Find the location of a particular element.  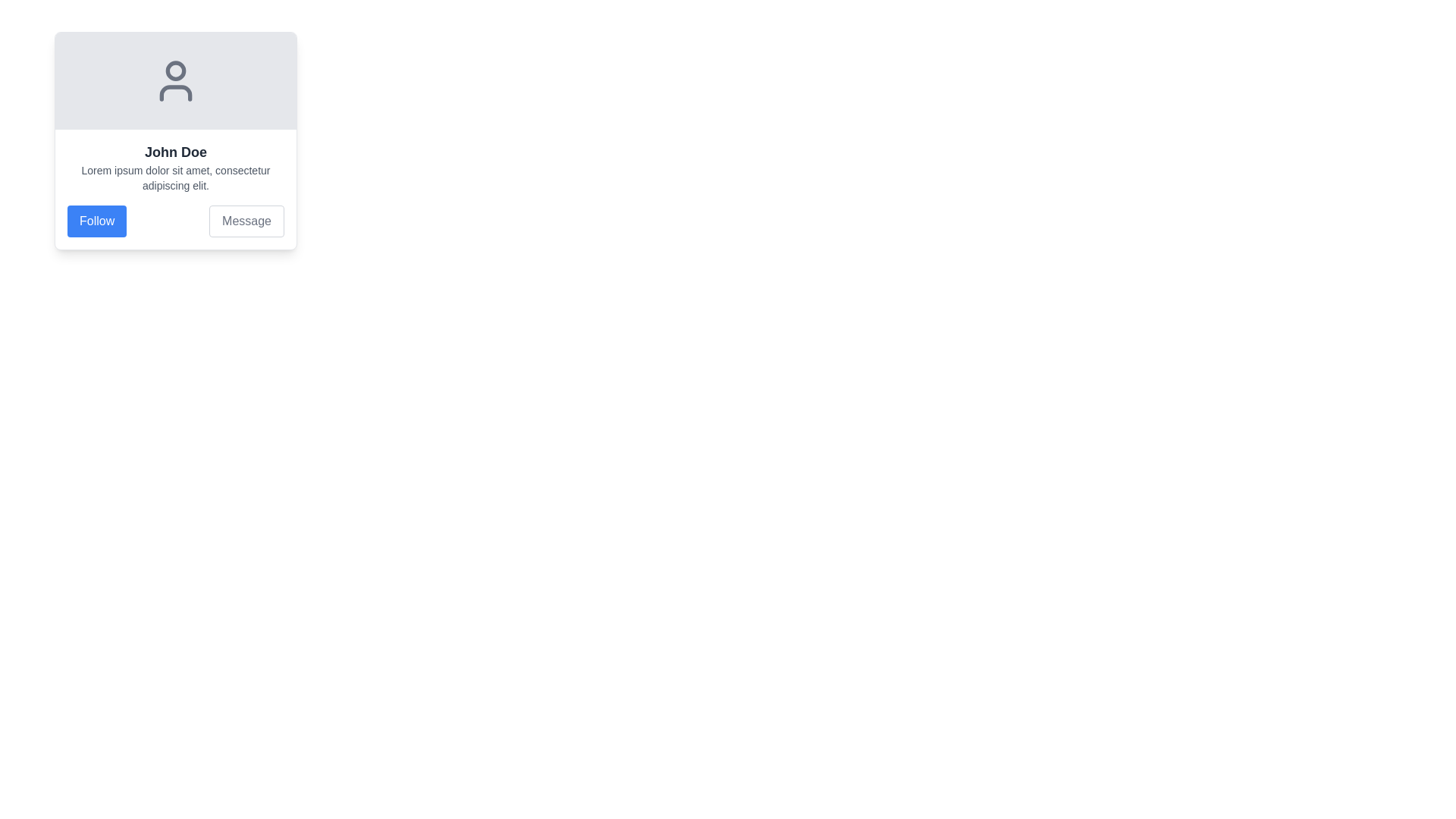

the rectangular 'Follow' button with a blue background and white text to follow the user is located at coordinates (96, 221).